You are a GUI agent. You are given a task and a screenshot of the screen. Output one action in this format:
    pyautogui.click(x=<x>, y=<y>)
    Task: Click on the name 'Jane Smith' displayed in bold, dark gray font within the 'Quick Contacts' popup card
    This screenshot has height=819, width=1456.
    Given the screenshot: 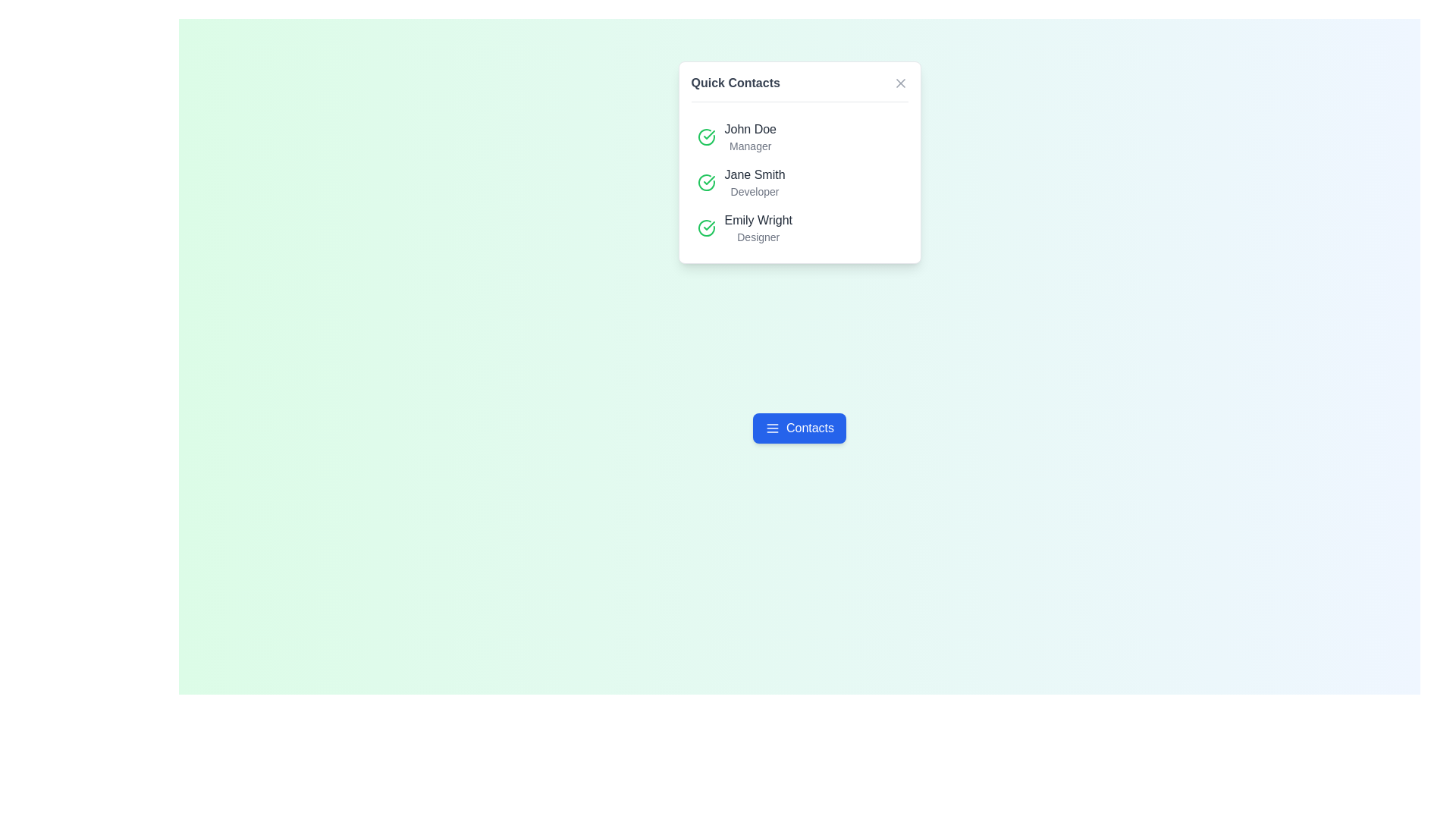 What is the action you would take?
    pyautogui.click(x=755, y=174)
    